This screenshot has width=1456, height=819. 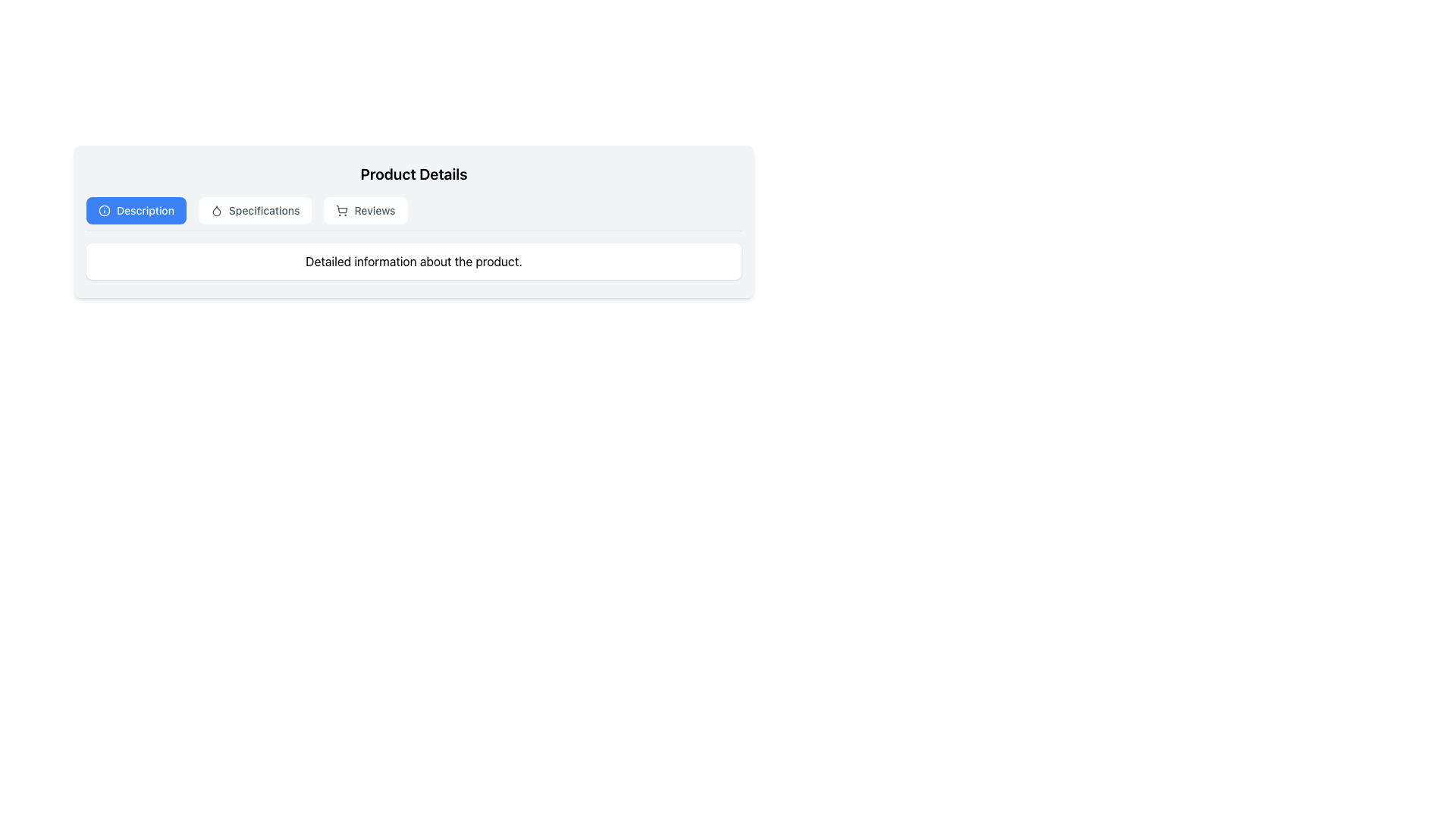 What do you see at coordinates (255, 210) in the screenshot?
I see `the 'Specifications' button, which is the second tab in a horizontal list between 'Description' and 'Reviews', featuring a droplet icon on the left` at bounding box center [255, 210].